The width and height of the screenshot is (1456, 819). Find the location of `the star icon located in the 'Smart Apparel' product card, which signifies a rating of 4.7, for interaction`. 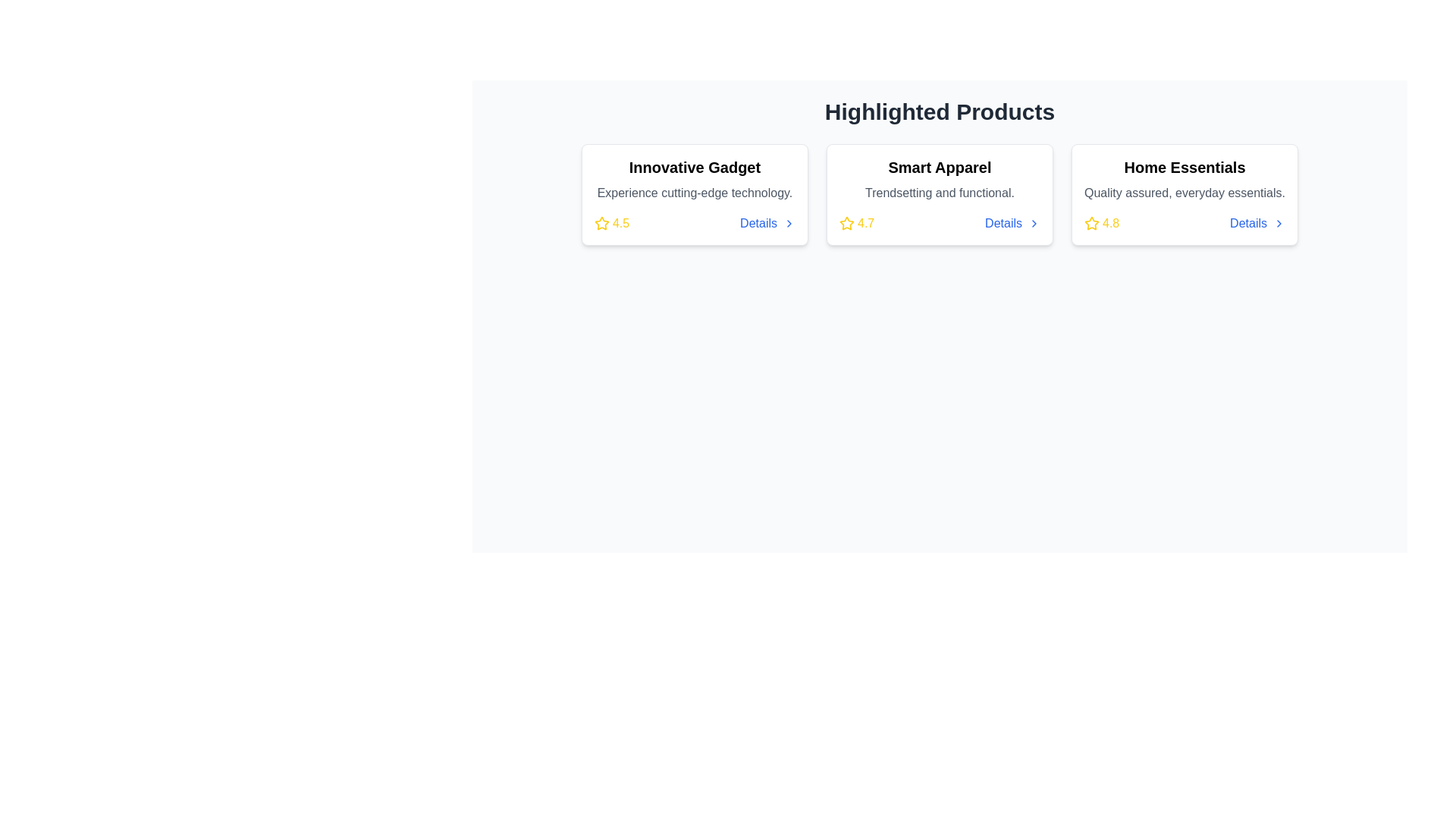

the star icon located in the 'Smart Apparel' product card, which signifies a rating of 4.7, for interaction is located at coordinates (846, 222).